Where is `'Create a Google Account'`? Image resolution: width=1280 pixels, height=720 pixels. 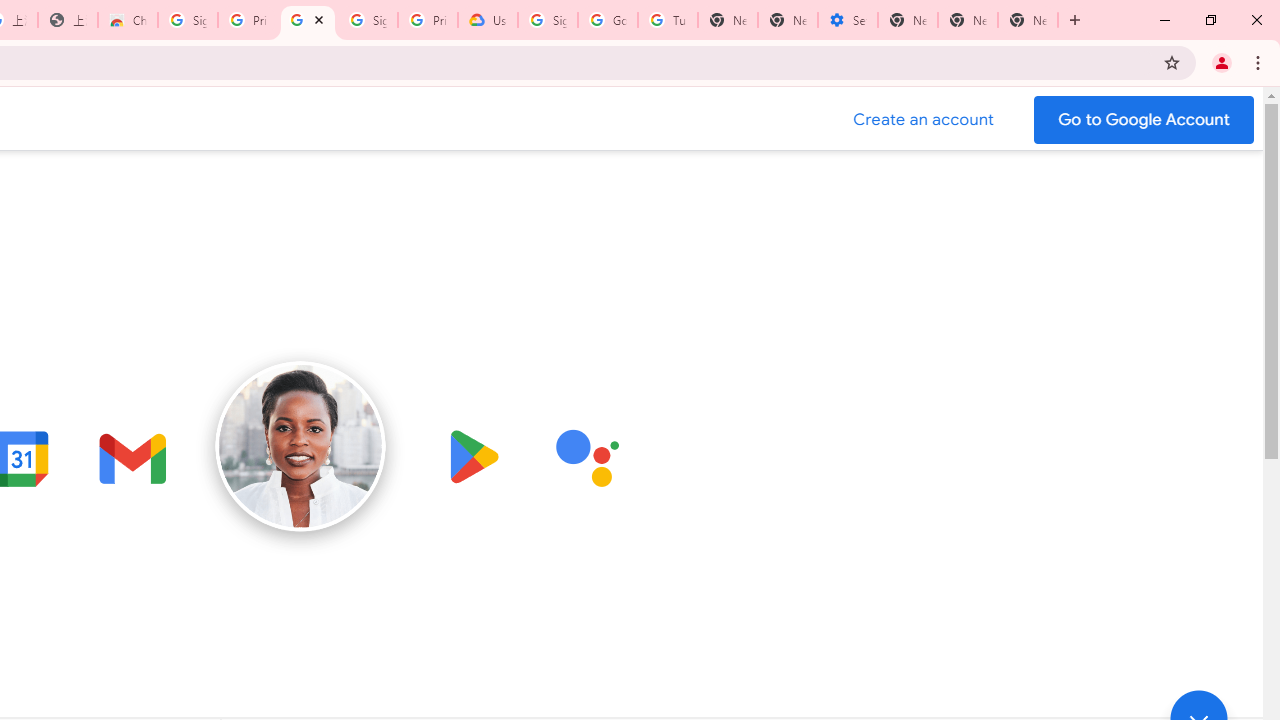 'Create a Google Account' is located at coordinates (923, 119).